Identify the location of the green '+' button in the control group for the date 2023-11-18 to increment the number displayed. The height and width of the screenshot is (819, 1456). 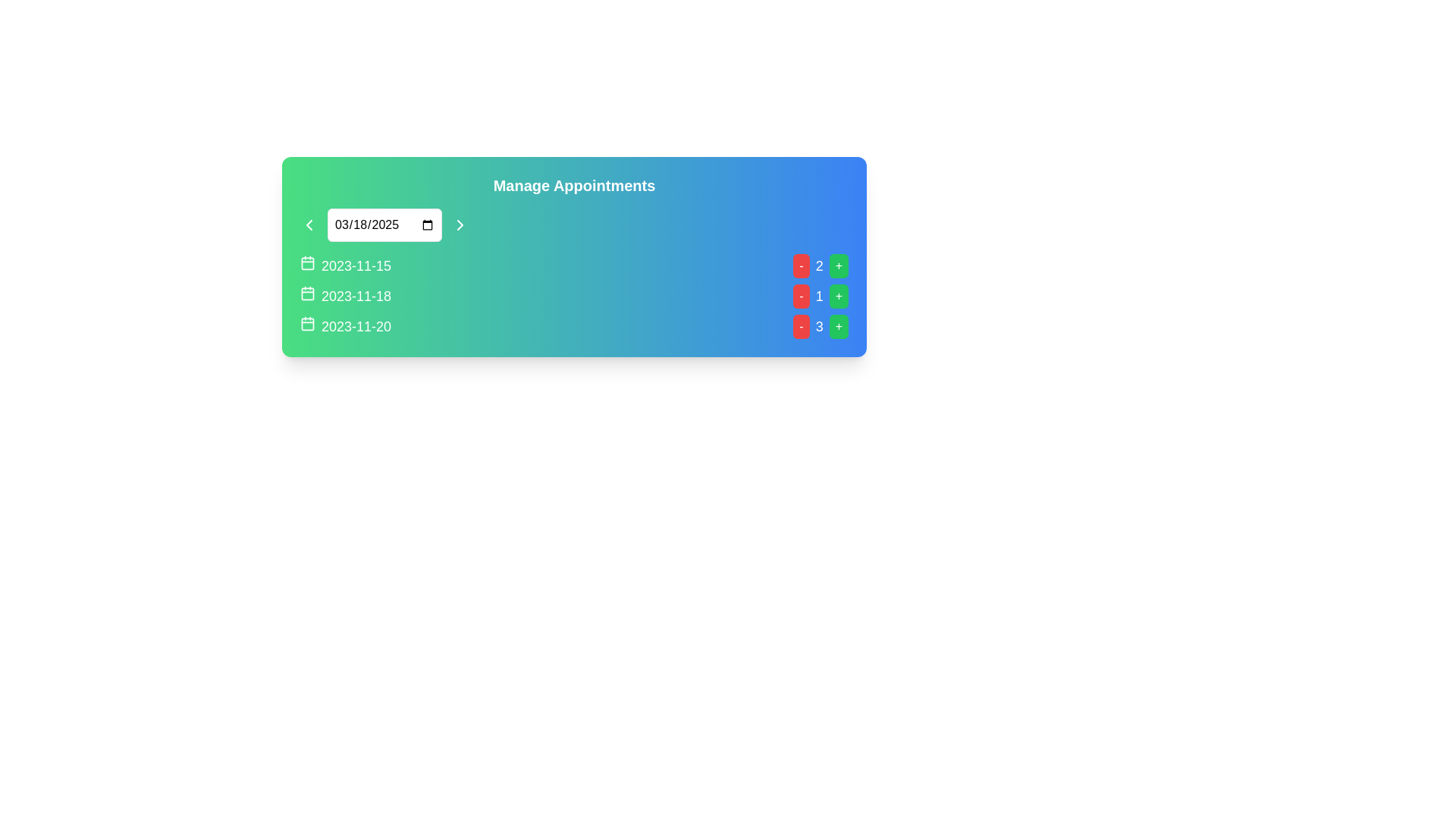
(820, 296).